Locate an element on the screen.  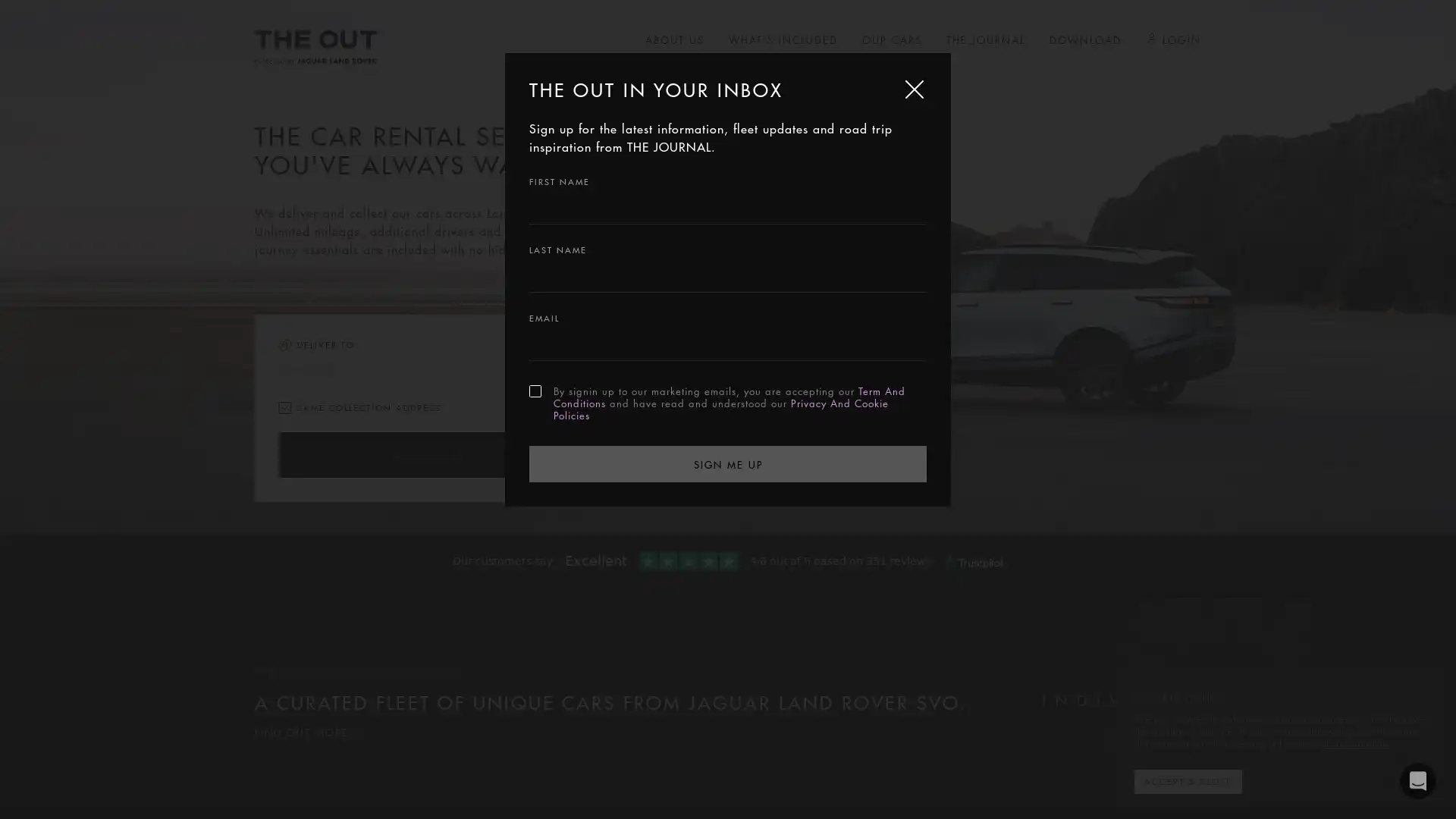
SIGN ME UP is located at coordinates (728, 462).